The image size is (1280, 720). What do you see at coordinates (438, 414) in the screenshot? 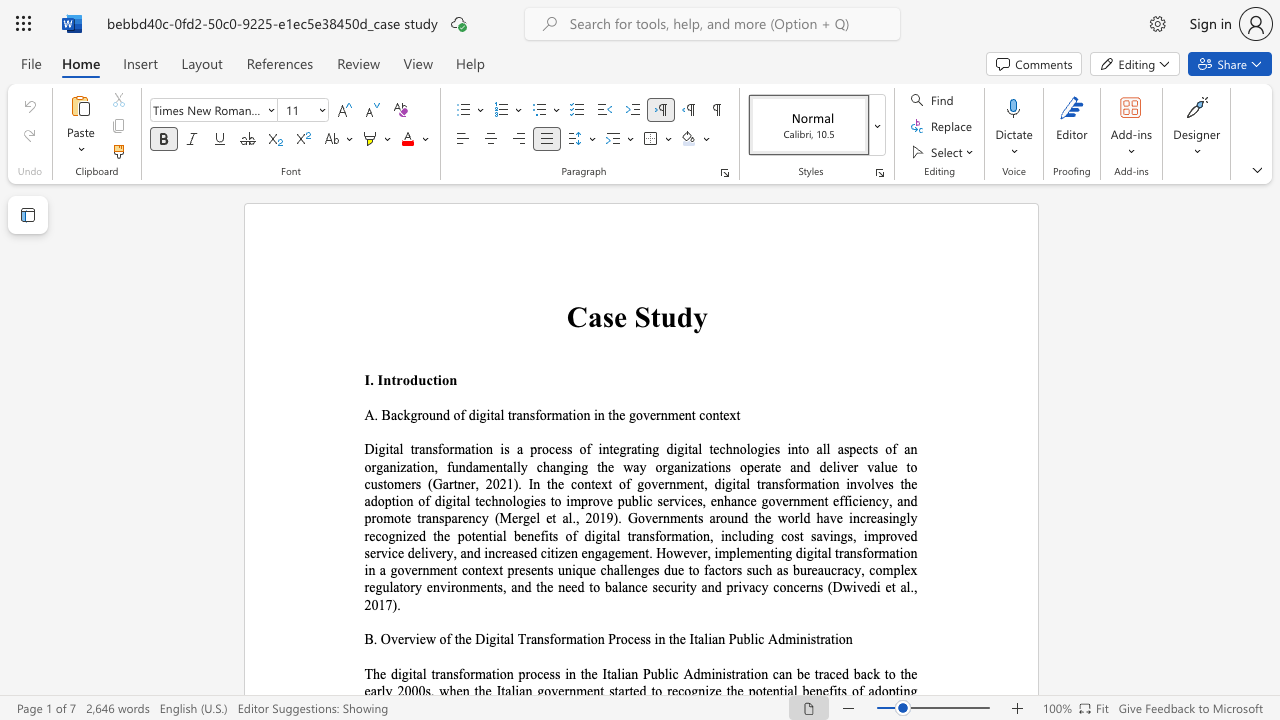
I see `the 1th character "n" in the text` at bounding box center [438, 414].